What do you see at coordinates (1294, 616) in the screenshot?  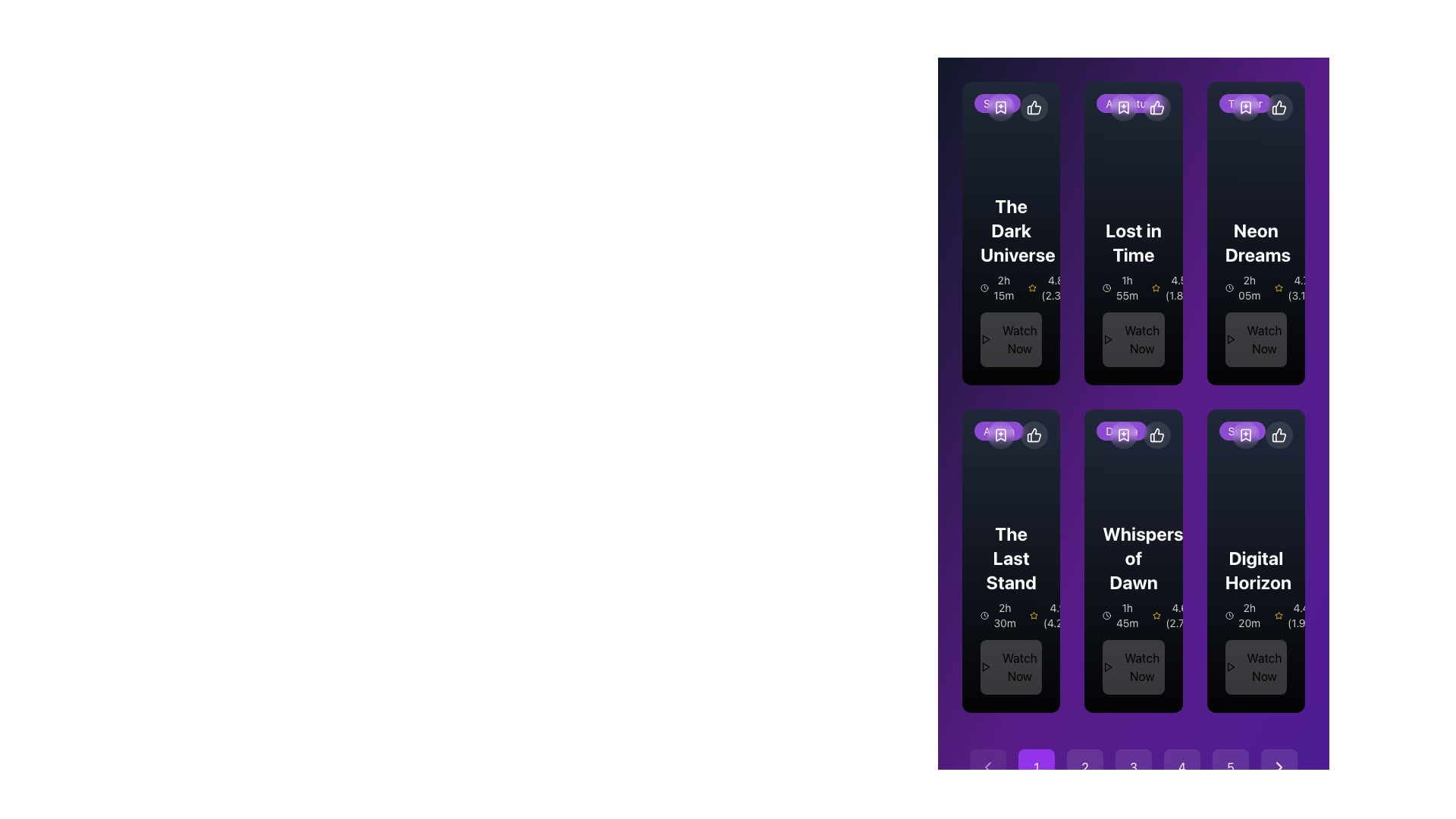 I see `rating score and review count displayed as '4.4 (1.9k)' next to the yellow star icon in the bottom-right part of the 'Digital Horizon' card` at bounding box center [1294, 616].